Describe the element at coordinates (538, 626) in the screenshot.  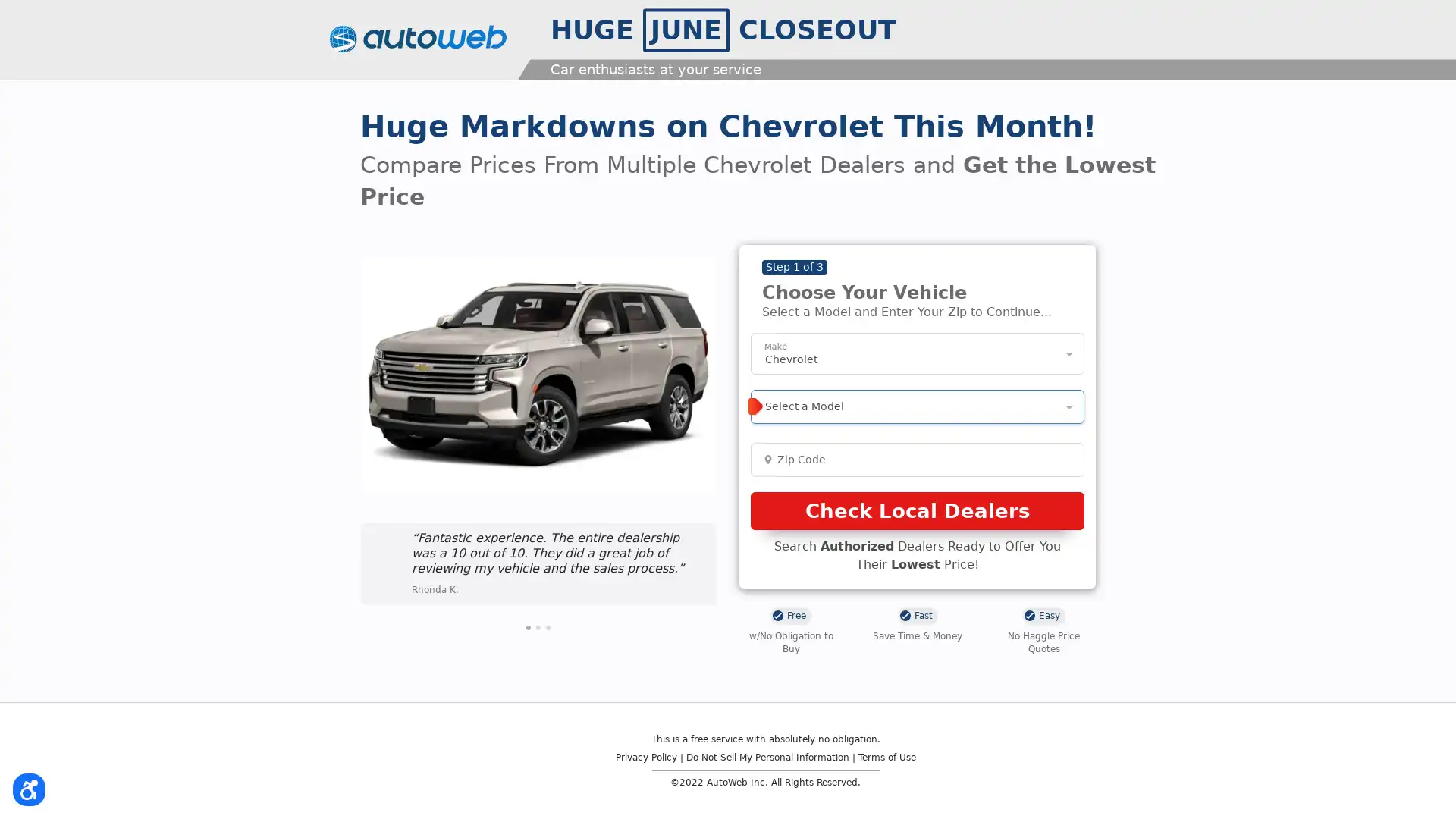
I see `Carousel Page 2` at that location.